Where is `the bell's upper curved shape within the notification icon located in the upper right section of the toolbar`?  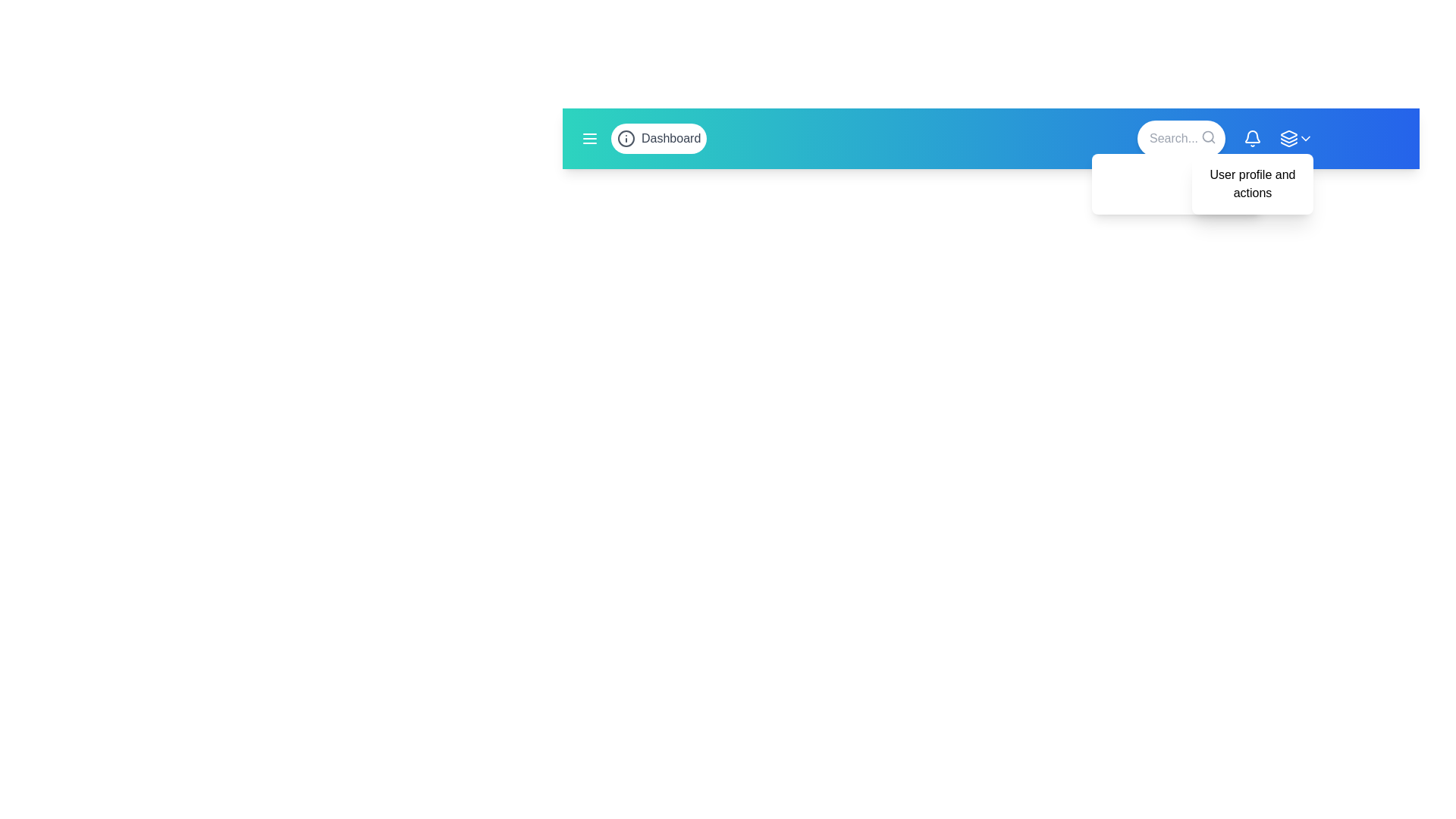 the bell's upper curved shape within the notification icon located in the upper right section of the toolbar is located at coordinates (1252, 136).